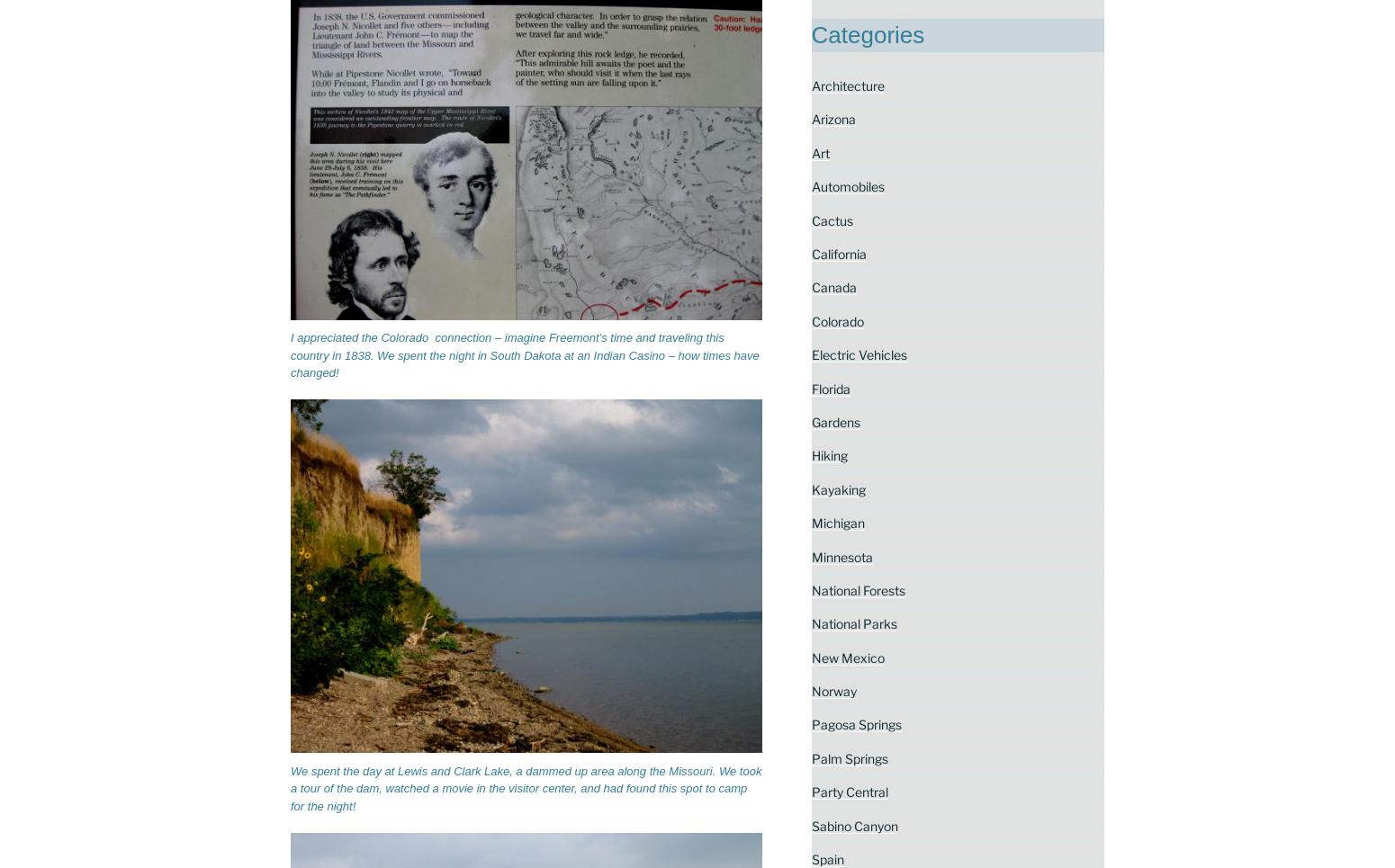  Describe the element at coordinates (526, 788) in the screenshot. I see `'We spent the day at Lewis and Clark Lake, a dammed up area along the Missouri. We took a tour of the dam, watched a movie in the visitor center, and had found this spot to camp for the night!'` at that location.